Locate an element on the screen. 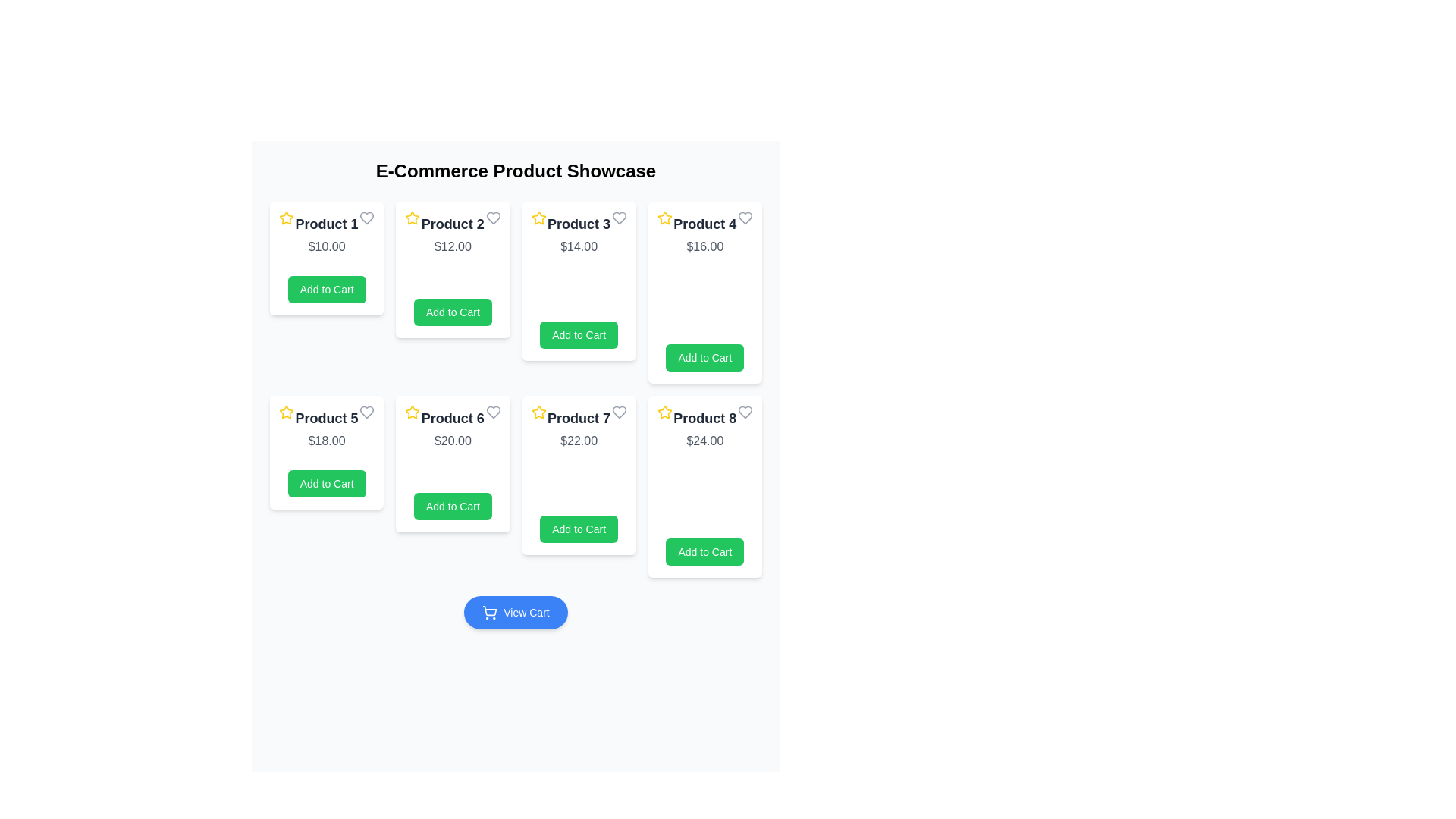 The height and width of the screenshot is (819, 1456). the heart icon button located at the top-right corner of the 'Product 4' card is located at coordinates (745, 218).